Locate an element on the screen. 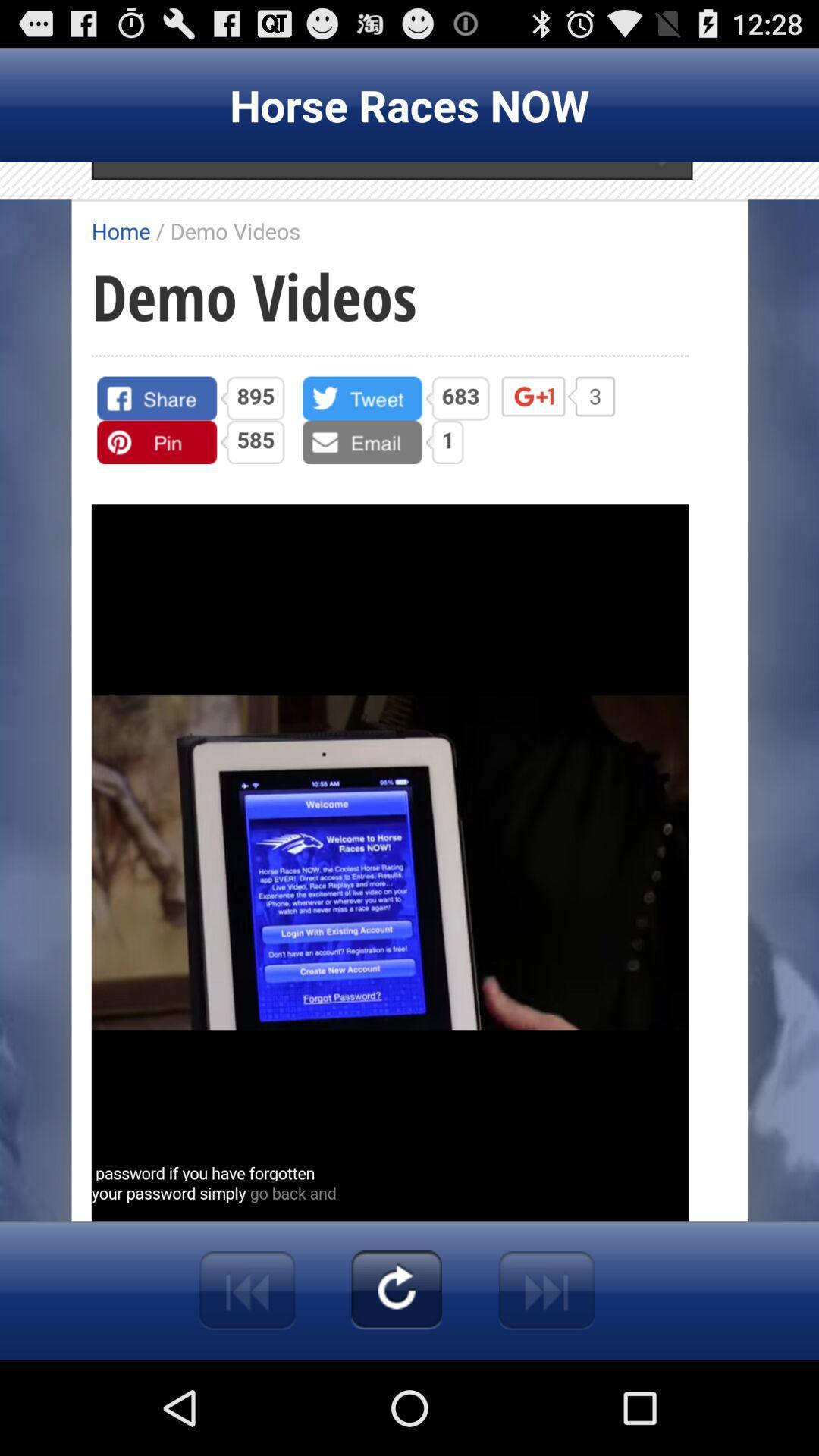 The height and width of the screenshot is (1456, 819). the refresh icon is located at coordinates (396, 1381).